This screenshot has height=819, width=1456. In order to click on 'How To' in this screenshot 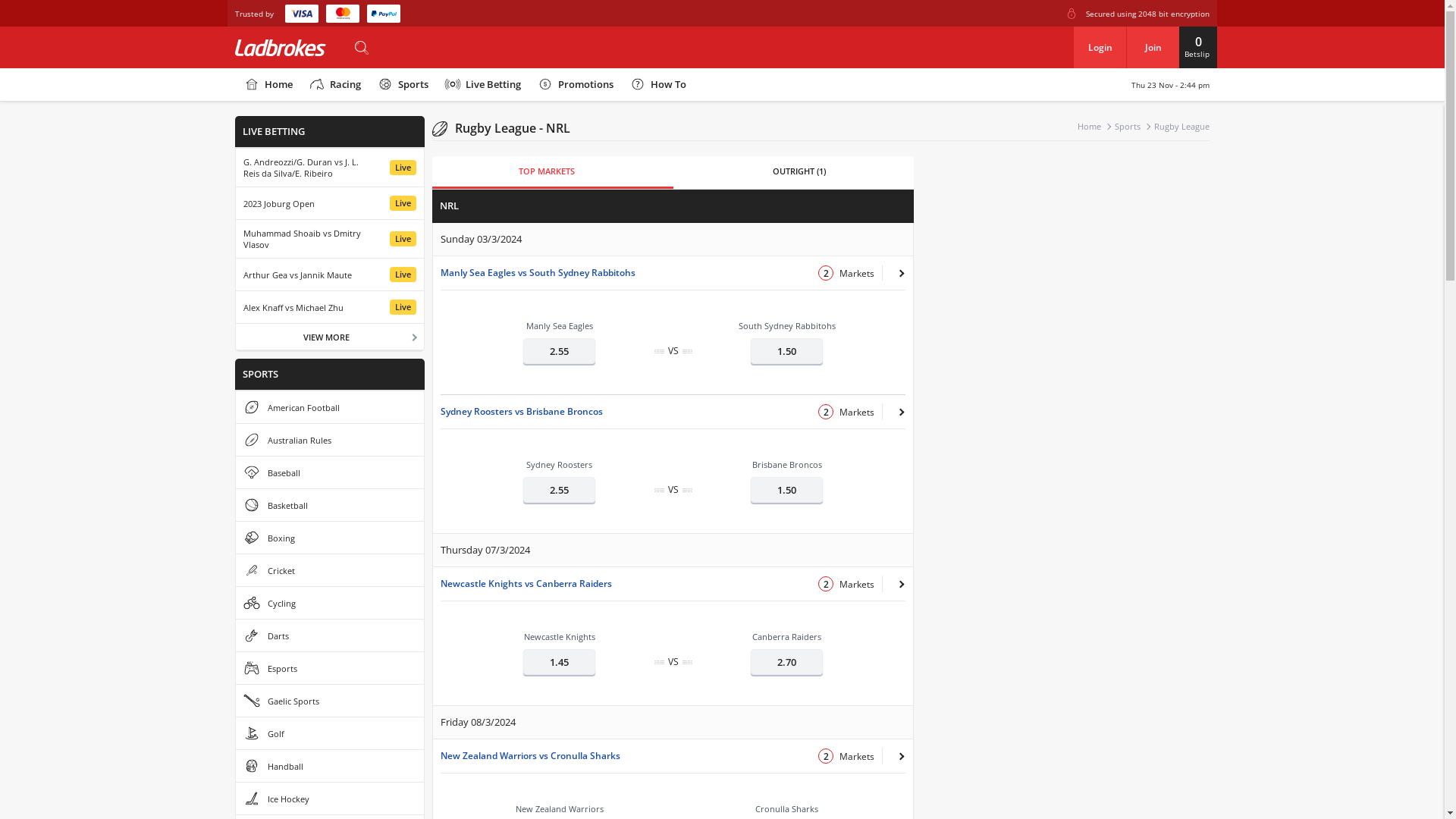, I will do `click(657, 84)`.